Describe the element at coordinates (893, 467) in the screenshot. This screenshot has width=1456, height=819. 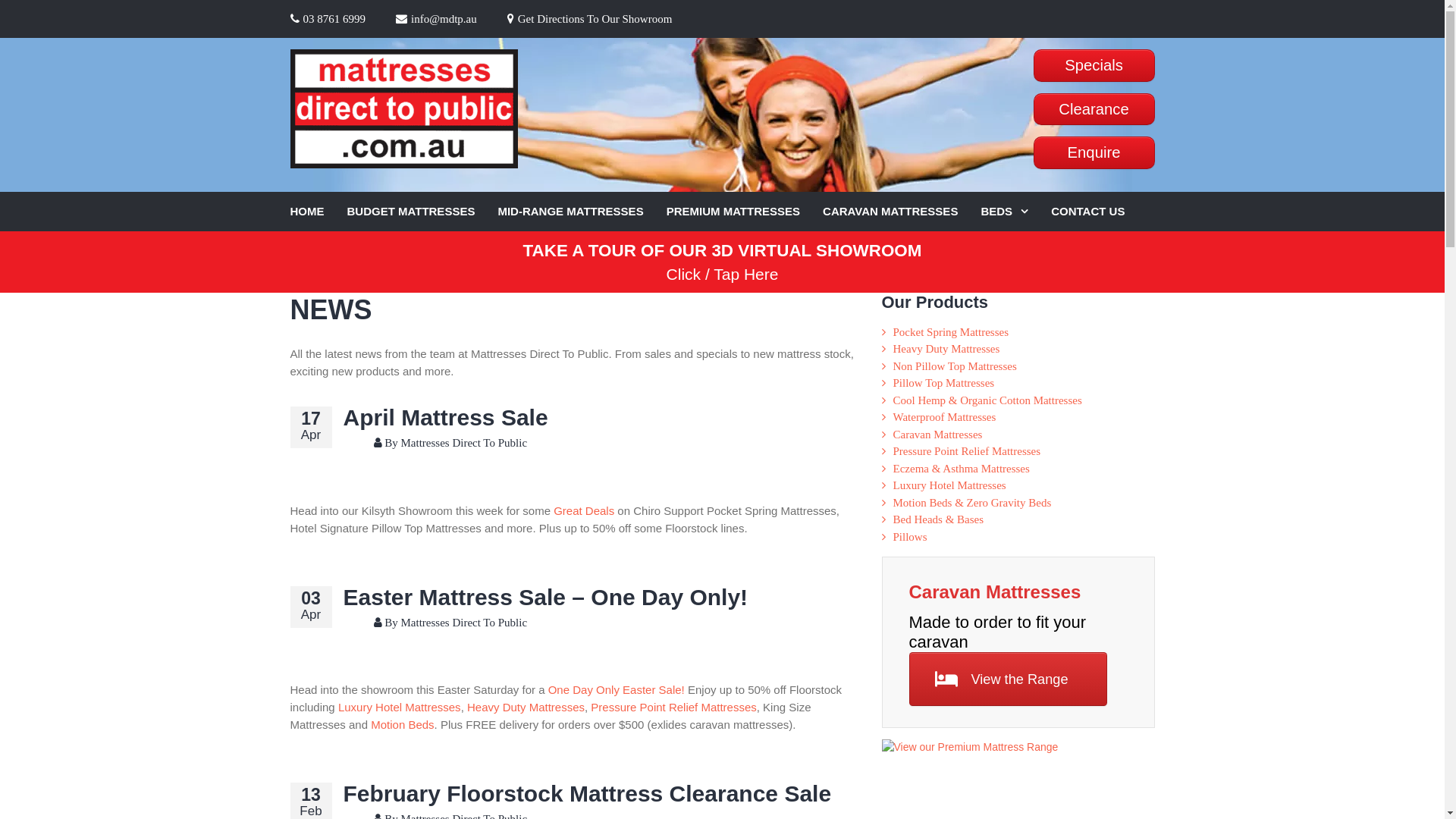
I see `'Eczema & Asthma Mattresses'` at that location.